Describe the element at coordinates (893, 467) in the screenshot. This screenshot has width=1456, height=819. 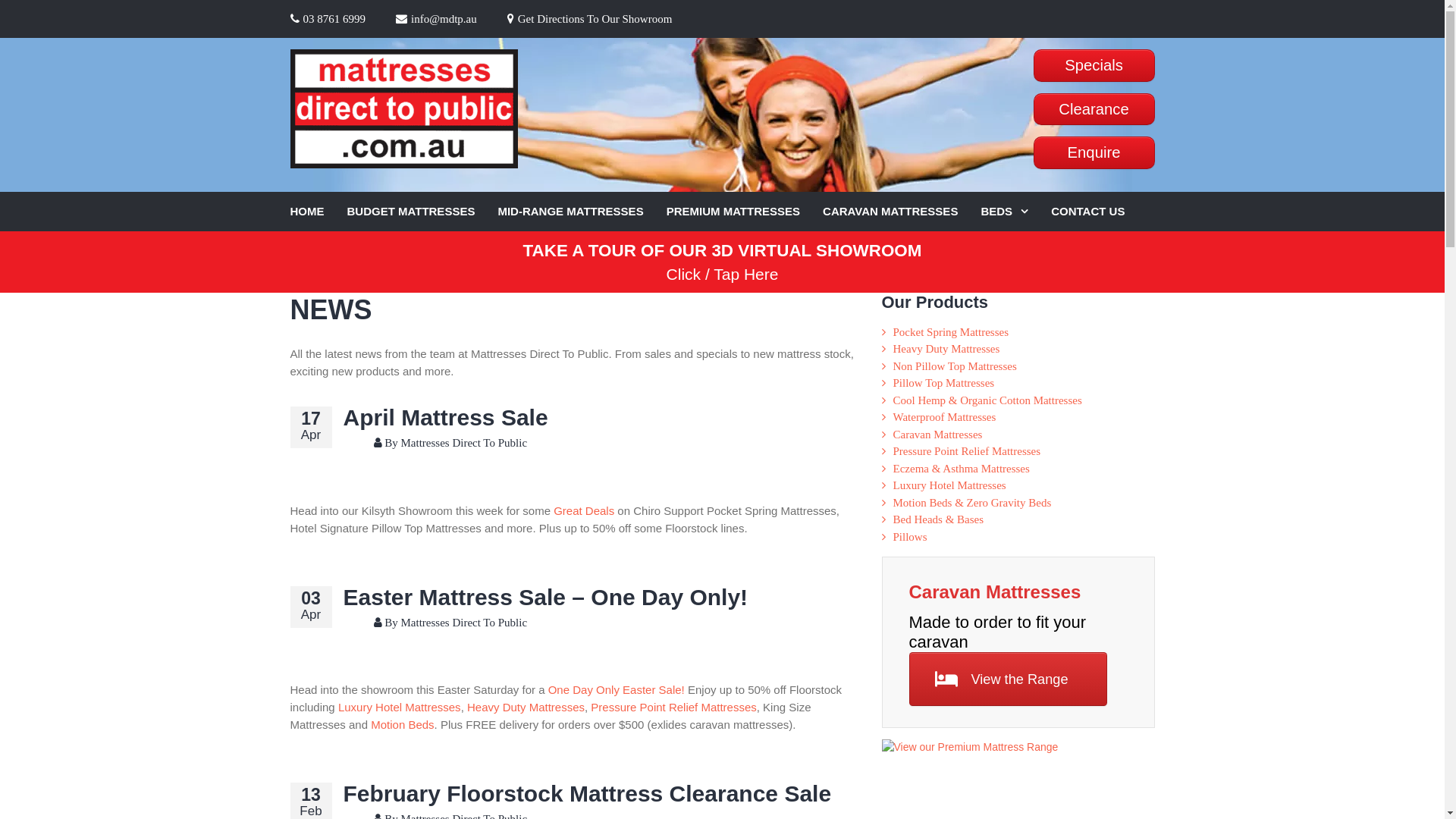
I see `'Eczema & Asthma Mattresses'` at that location.